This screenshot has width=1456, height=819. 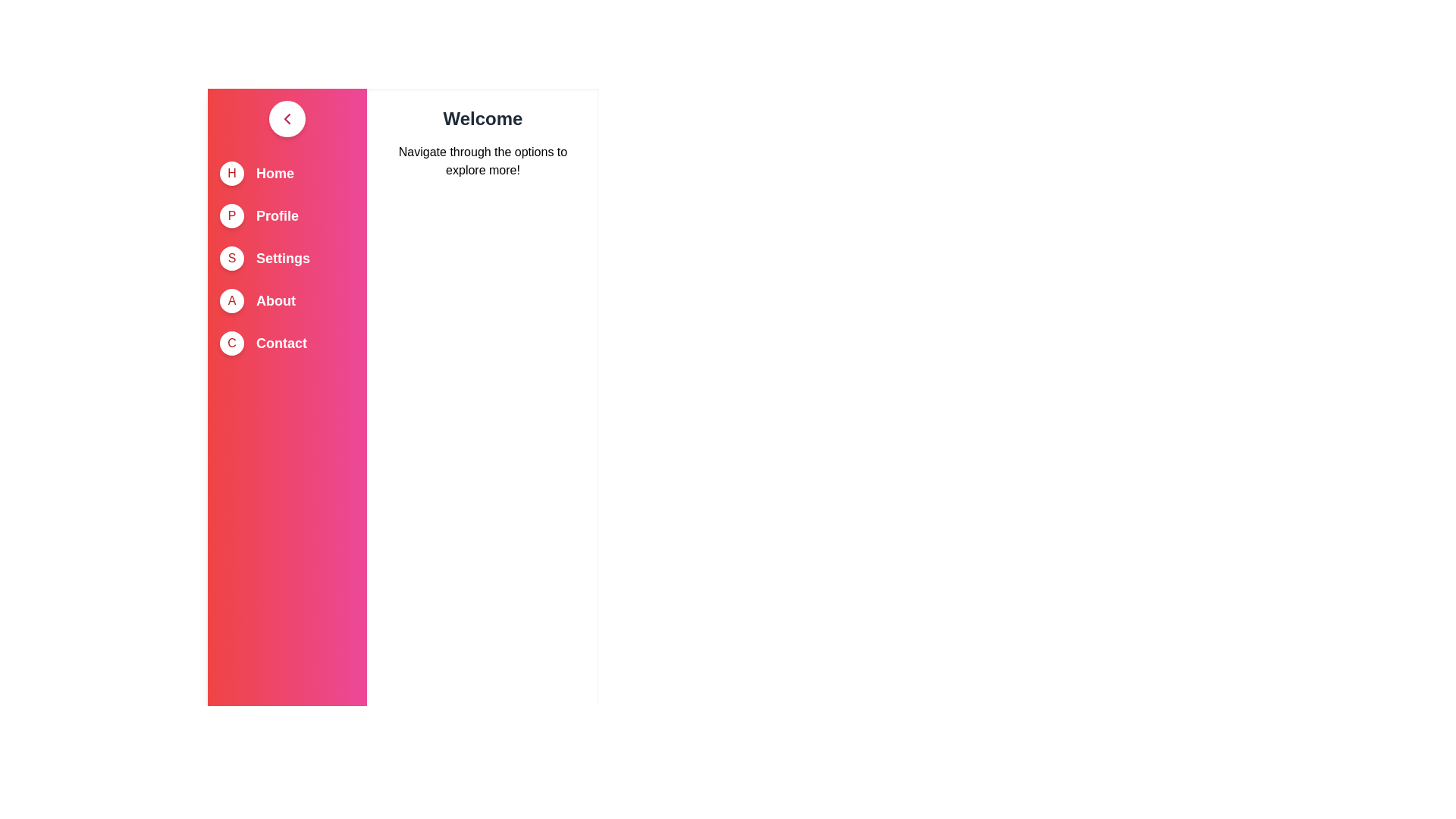 What do you see at coordinates (231, 343) in the screenshot?
I see `the circle icon corresponding to Contact` at bounding box center [231, 343].